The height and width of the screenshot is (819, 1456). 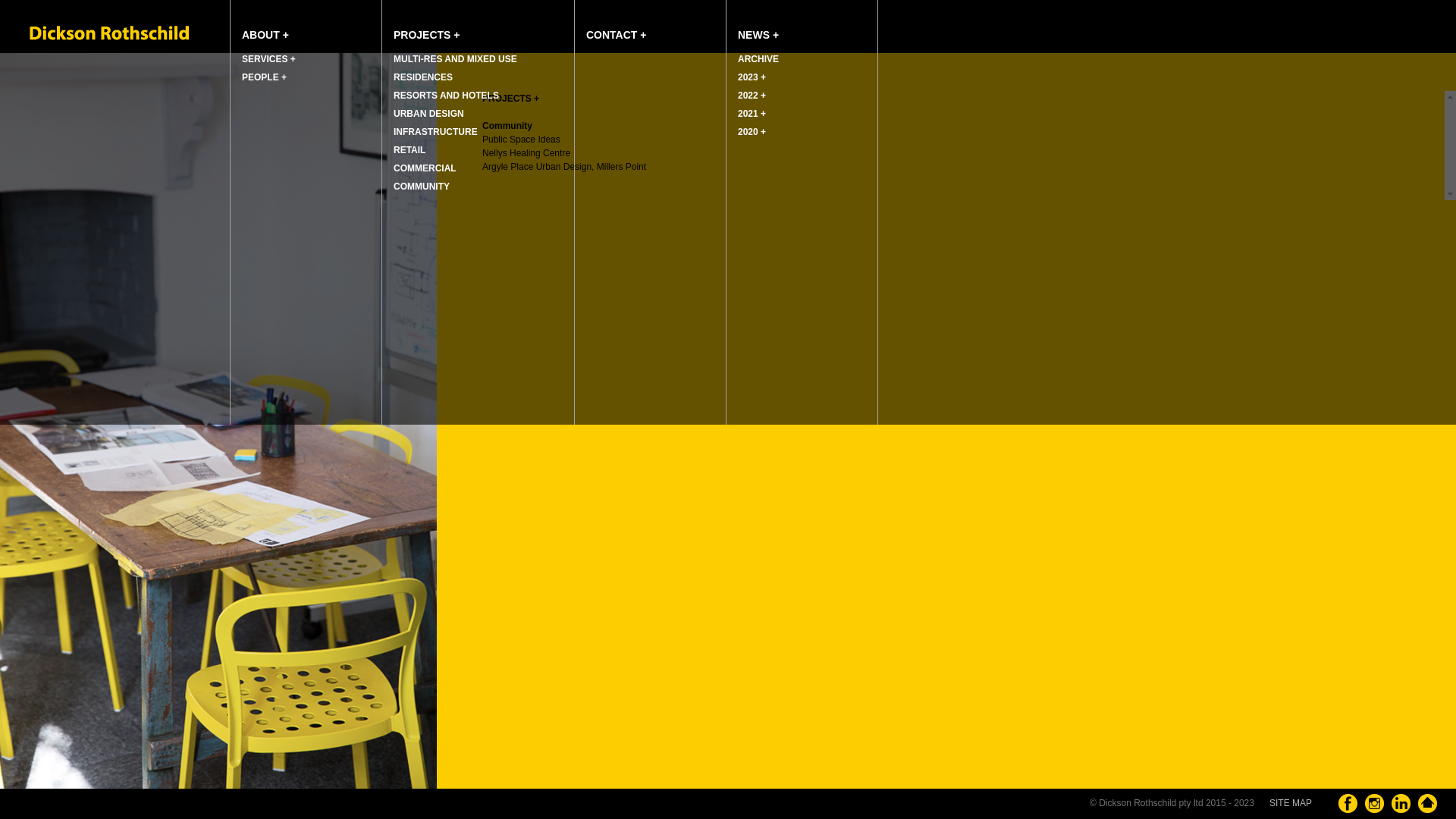 I want to click on 'CONTACT +', so click(x=574, y=25).